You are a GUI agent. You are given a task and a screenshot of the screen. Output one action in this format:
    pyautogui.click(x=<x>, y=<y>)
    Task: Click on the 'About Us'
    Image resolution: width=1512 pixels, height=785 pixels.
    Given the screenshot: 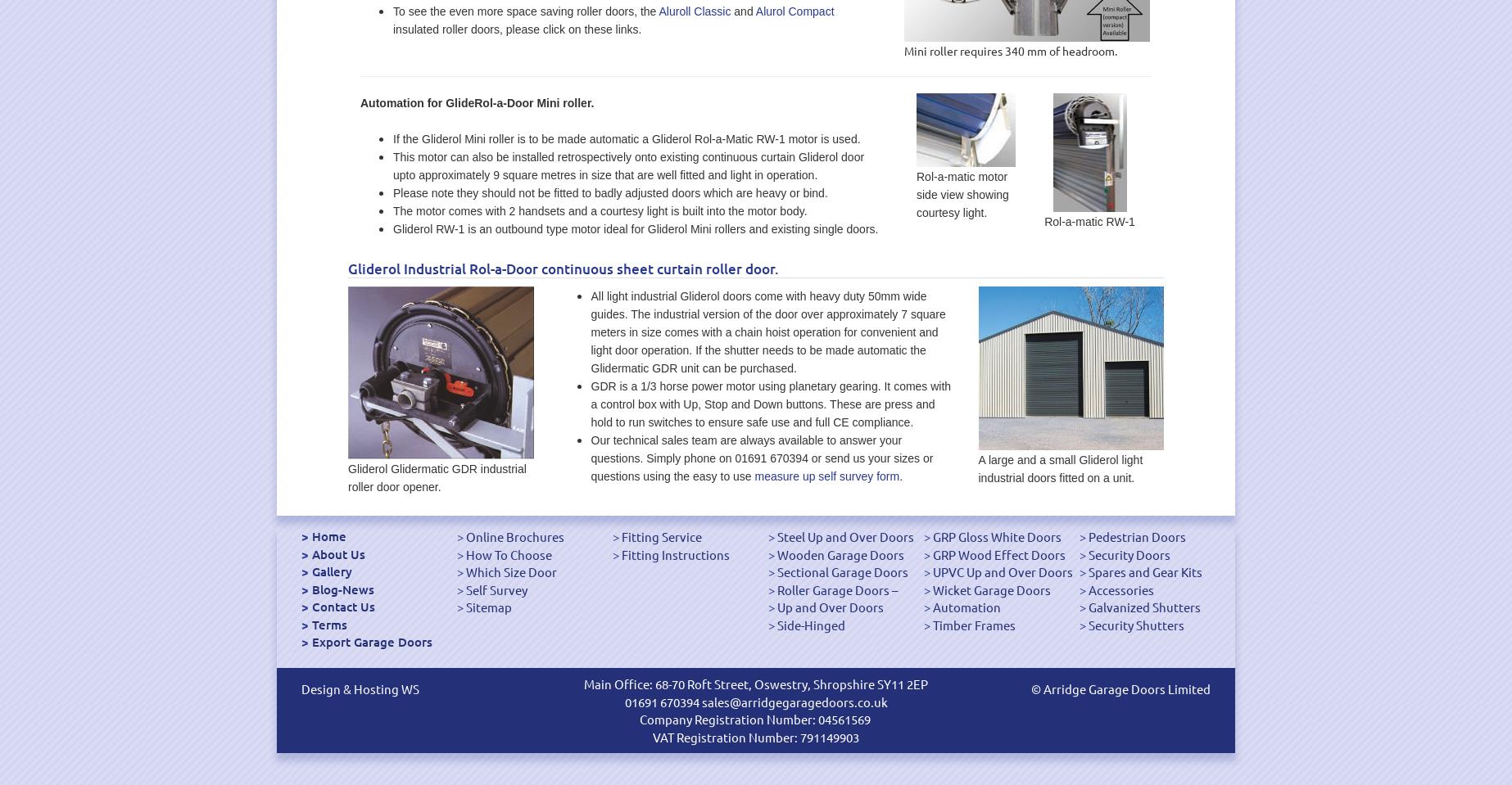 What is the action you would take?
    pyautogui.click(x=338, y=553)
    